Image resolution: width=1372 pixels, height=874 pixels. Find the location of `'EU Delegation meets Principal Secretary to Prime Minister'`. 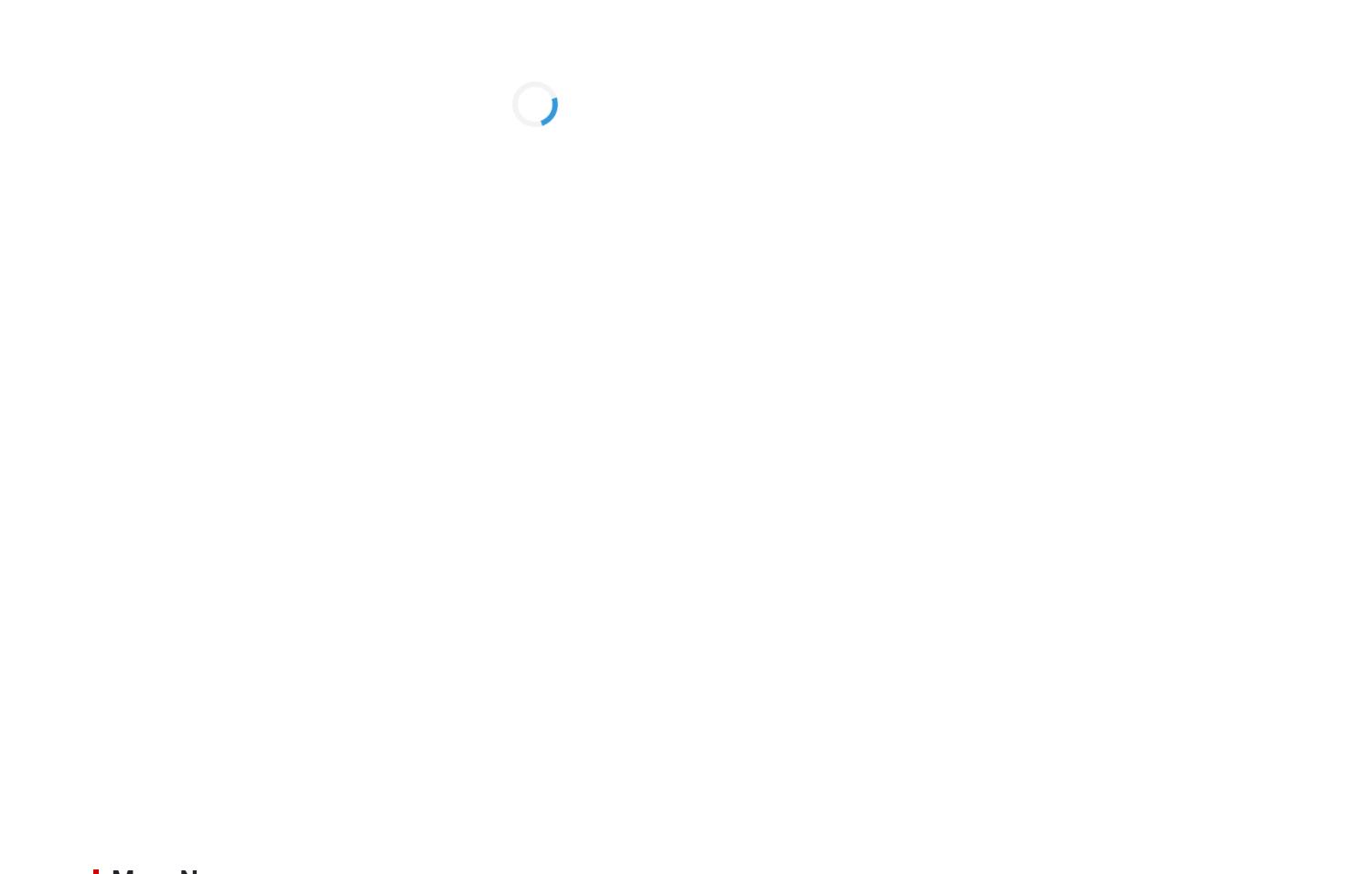

'EU Delegation meets Principal Secretary to Prime Minister' is located at coordinates (1142, 493).